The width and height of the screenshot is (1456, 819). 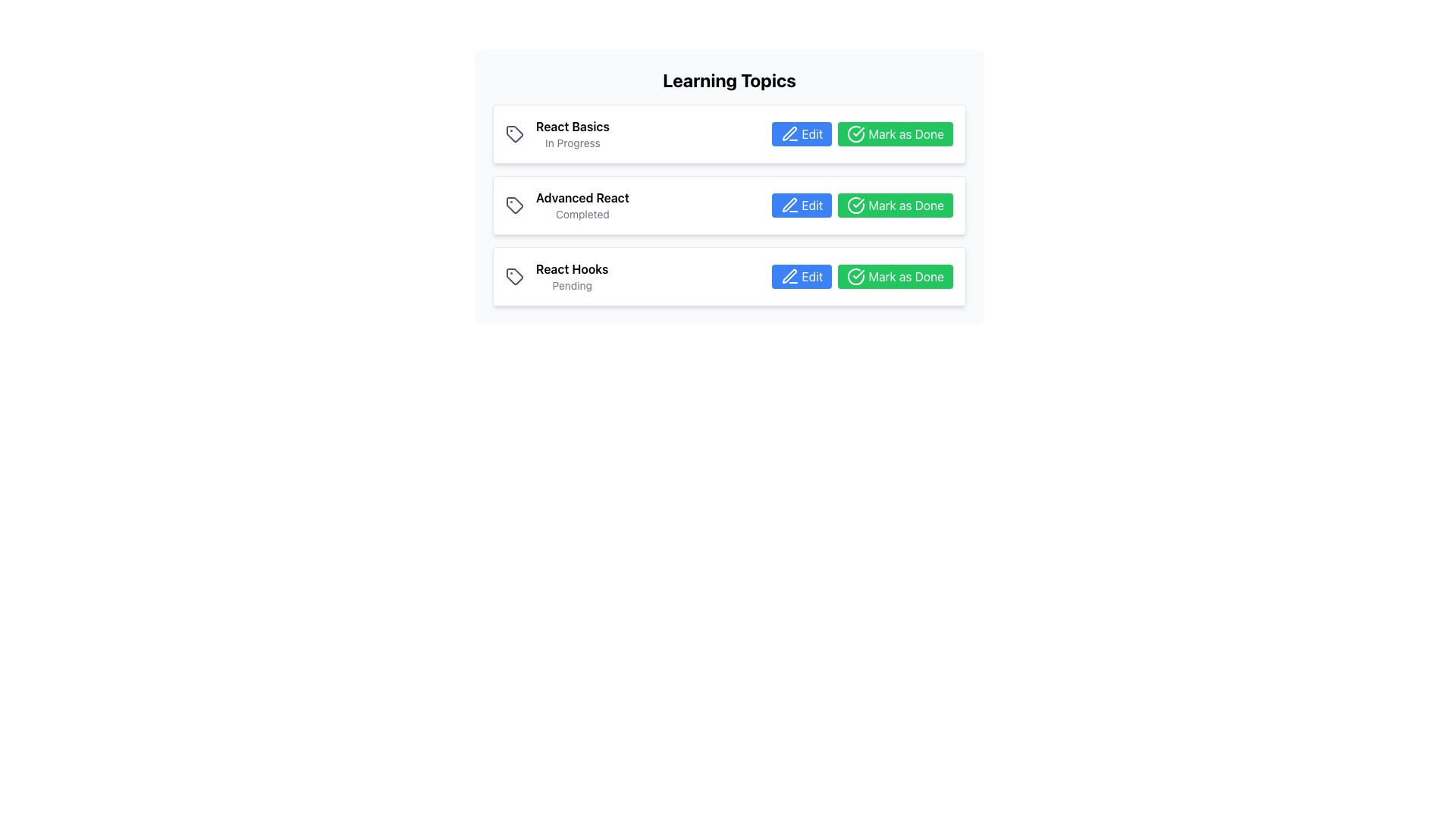 I want to click on the 'Mark as Done' button in the bottommost list item of the 'Learning Topics' section, so click(x=729, y=277).